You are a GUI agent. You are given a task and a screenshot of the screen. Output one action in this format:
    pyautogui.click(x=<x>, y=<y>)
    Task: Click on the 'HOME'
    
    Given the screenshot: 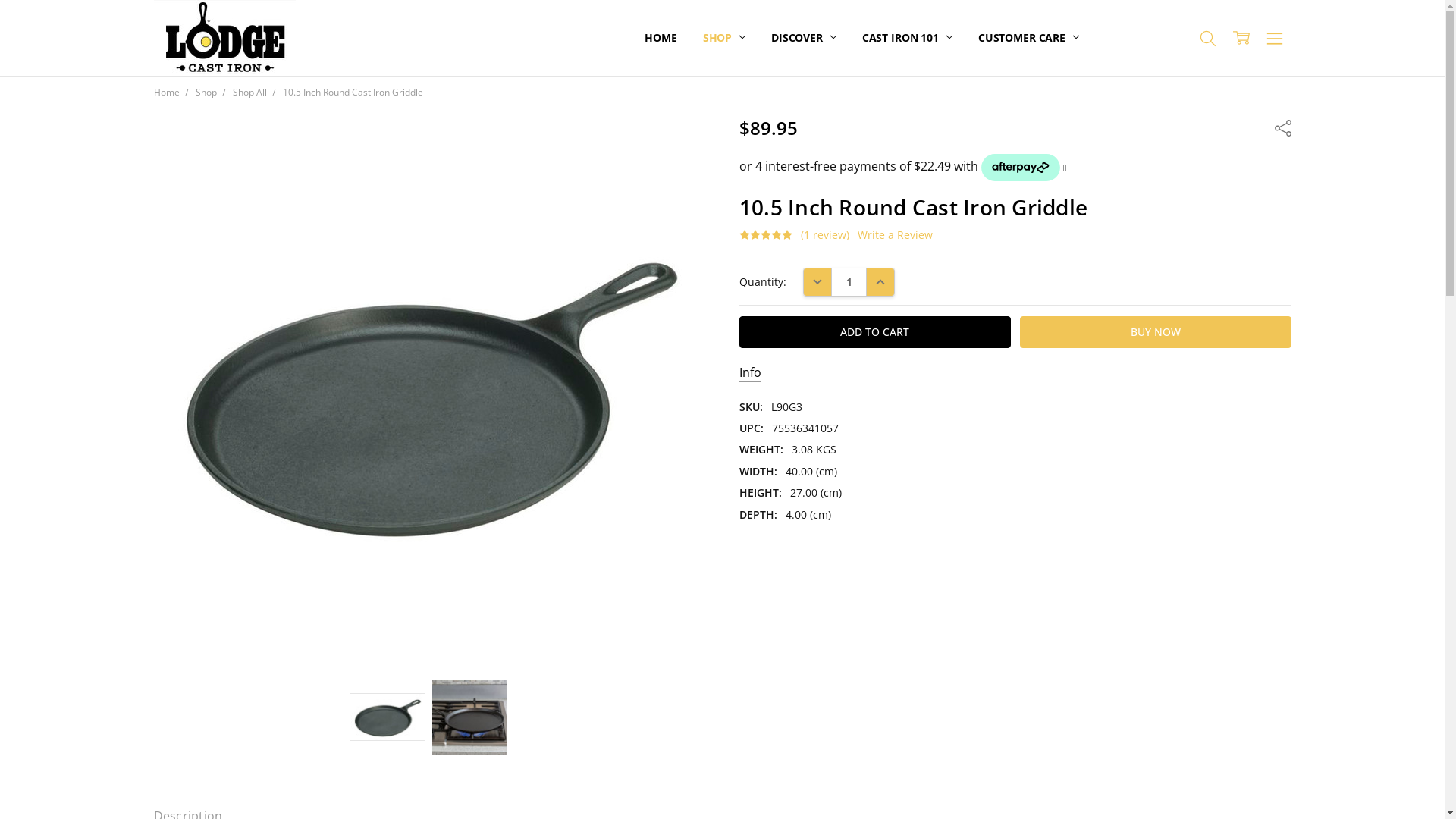 What is the action you would take?
    pyautogui.click(x=660, y=36)
    